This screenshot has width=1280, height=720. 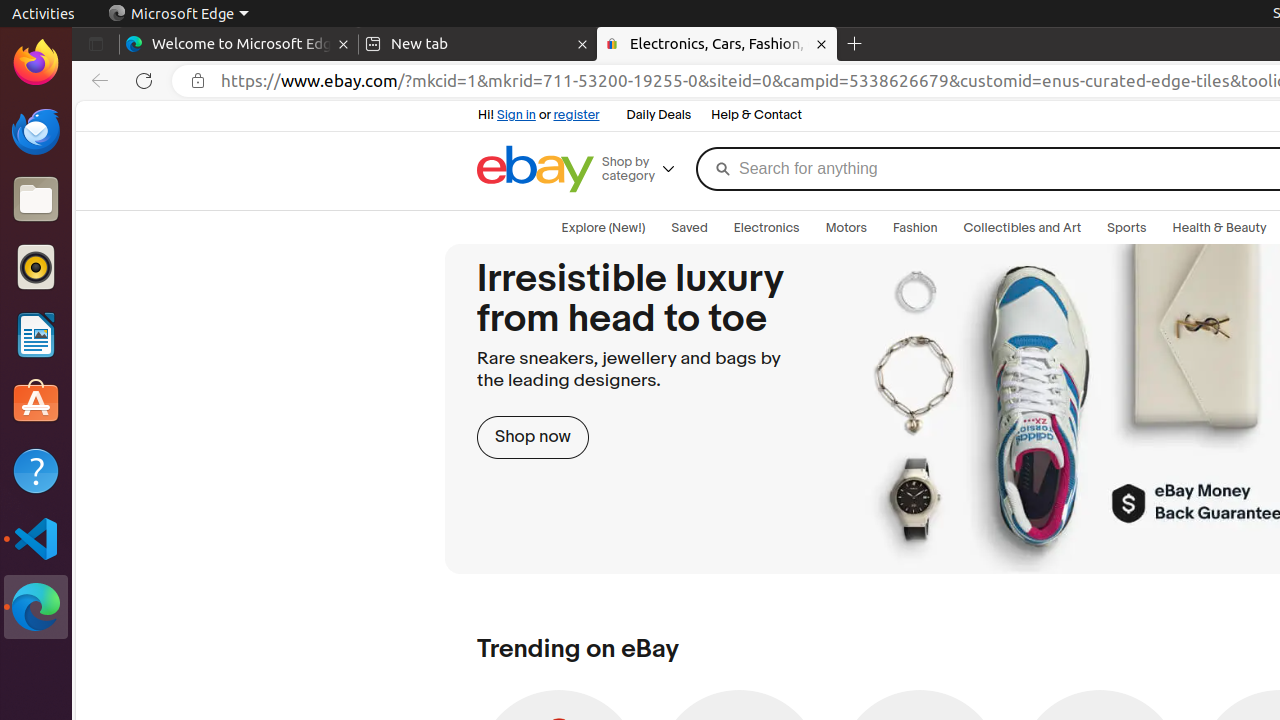 I want to click on 'Help & Contact', so click(x=755, y=115).